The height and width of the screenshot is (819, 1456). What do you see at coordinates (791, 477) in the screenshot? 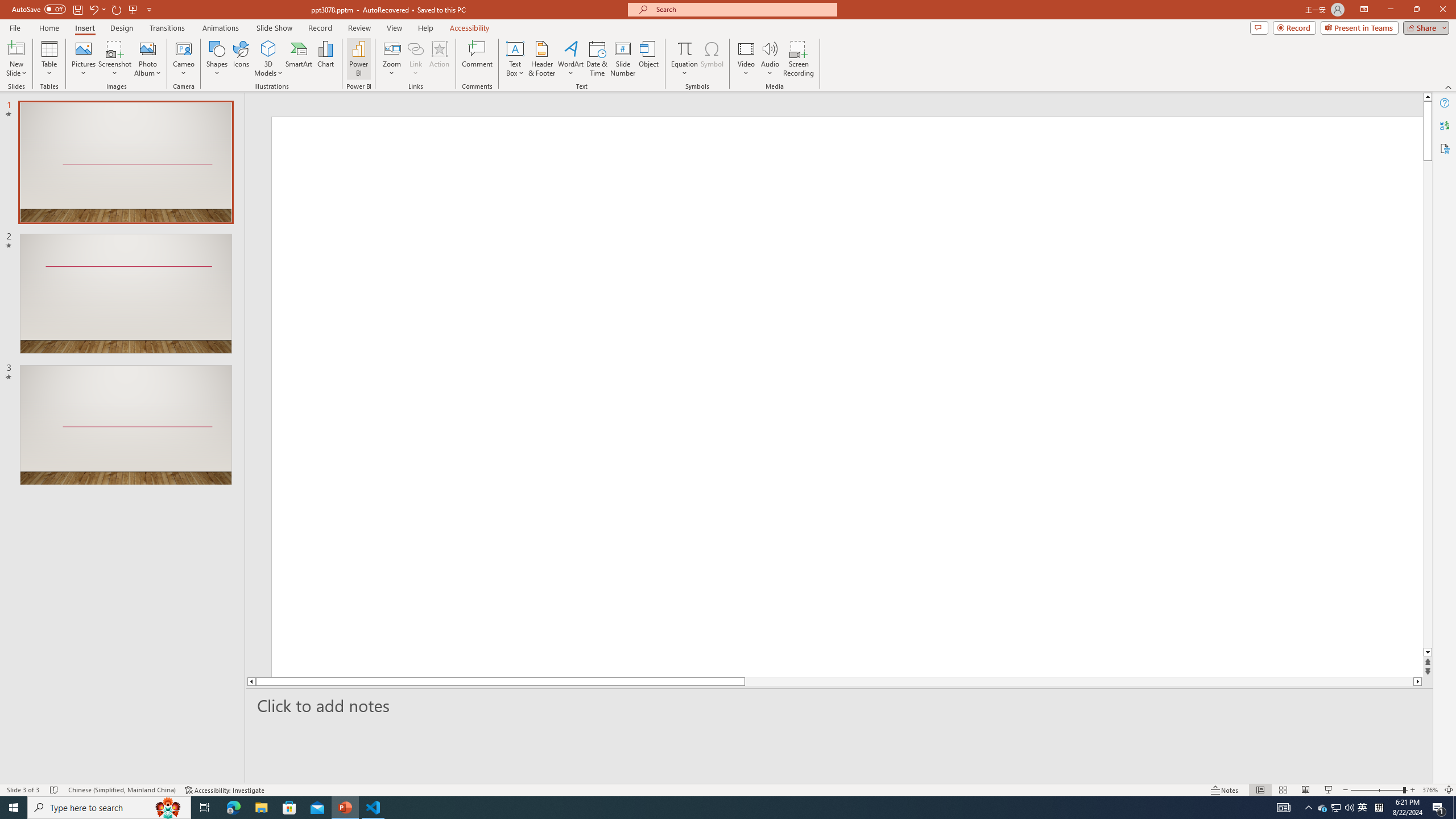
I see `'Title TextBox'` at bounding box center [791, 477].